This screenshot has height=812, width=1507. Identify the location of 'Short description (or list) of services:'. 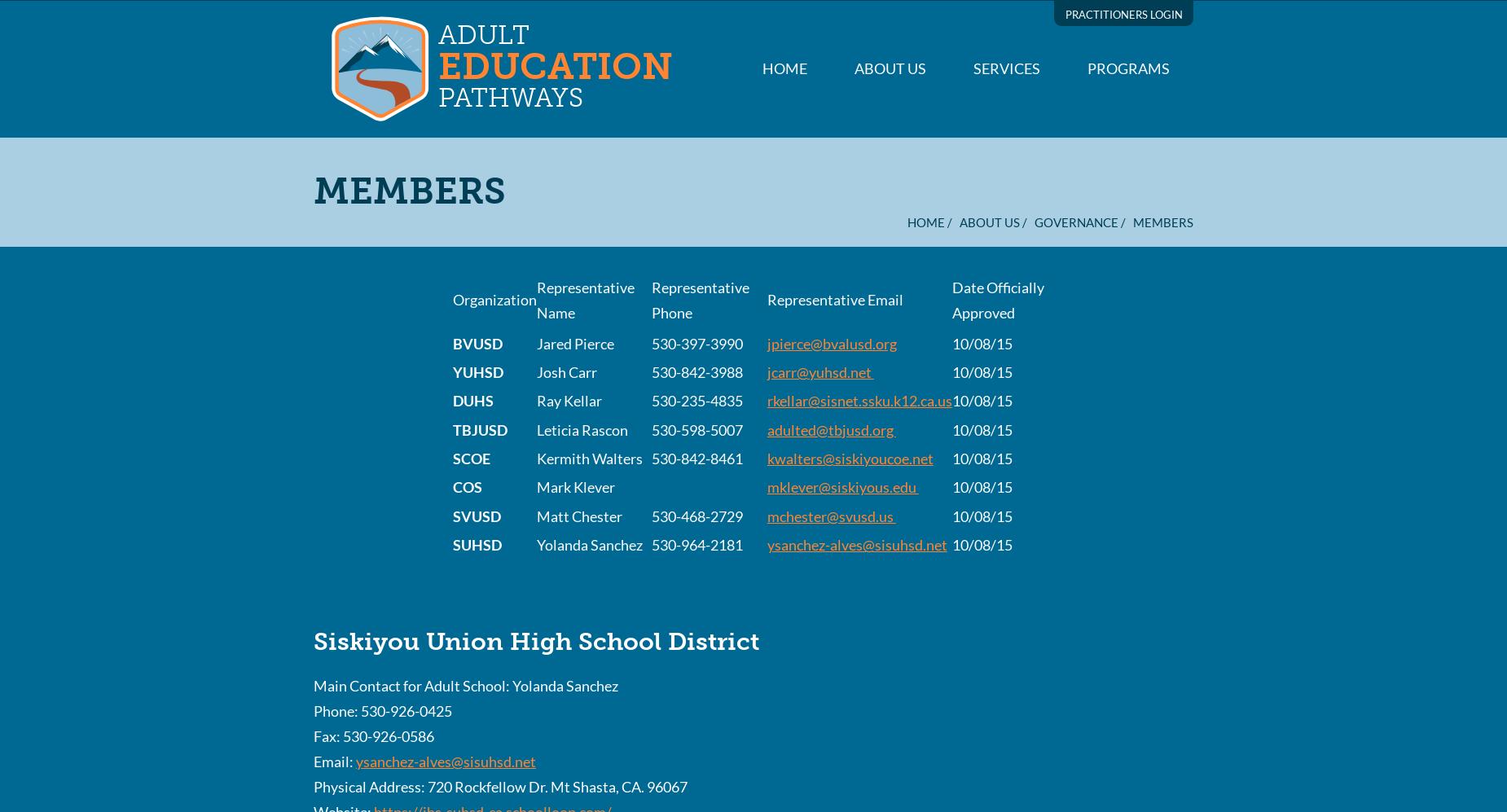
(432, 357).